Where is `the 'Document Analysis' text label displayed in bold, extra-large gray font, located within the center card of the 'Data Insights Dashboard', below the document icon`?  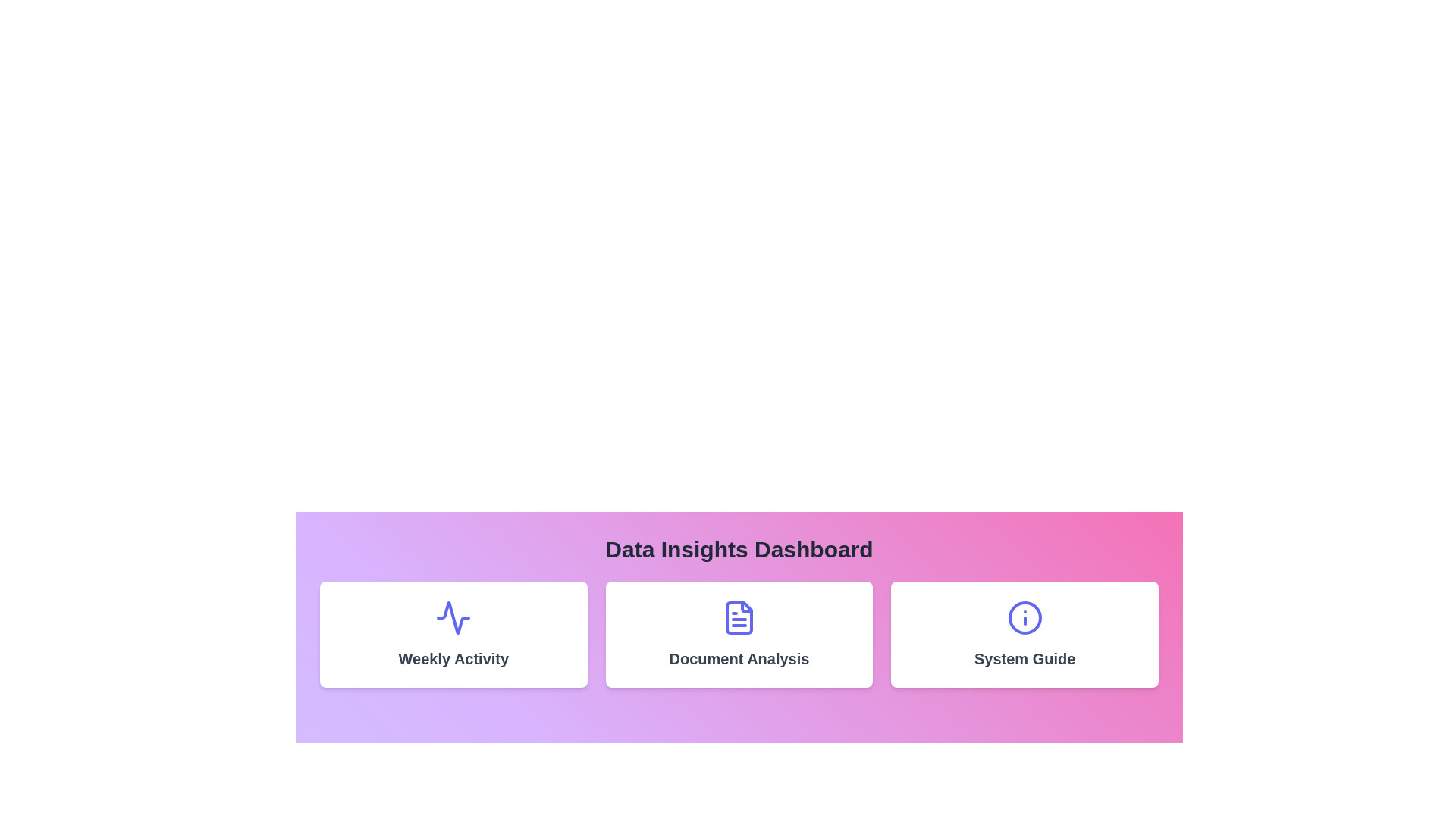 the 'Document Analysis' text label displayed in bold, extra-large gray font, located within the center card of the 'Data Insights Dashboard', below the document icon is located at coordinates (739, 657).